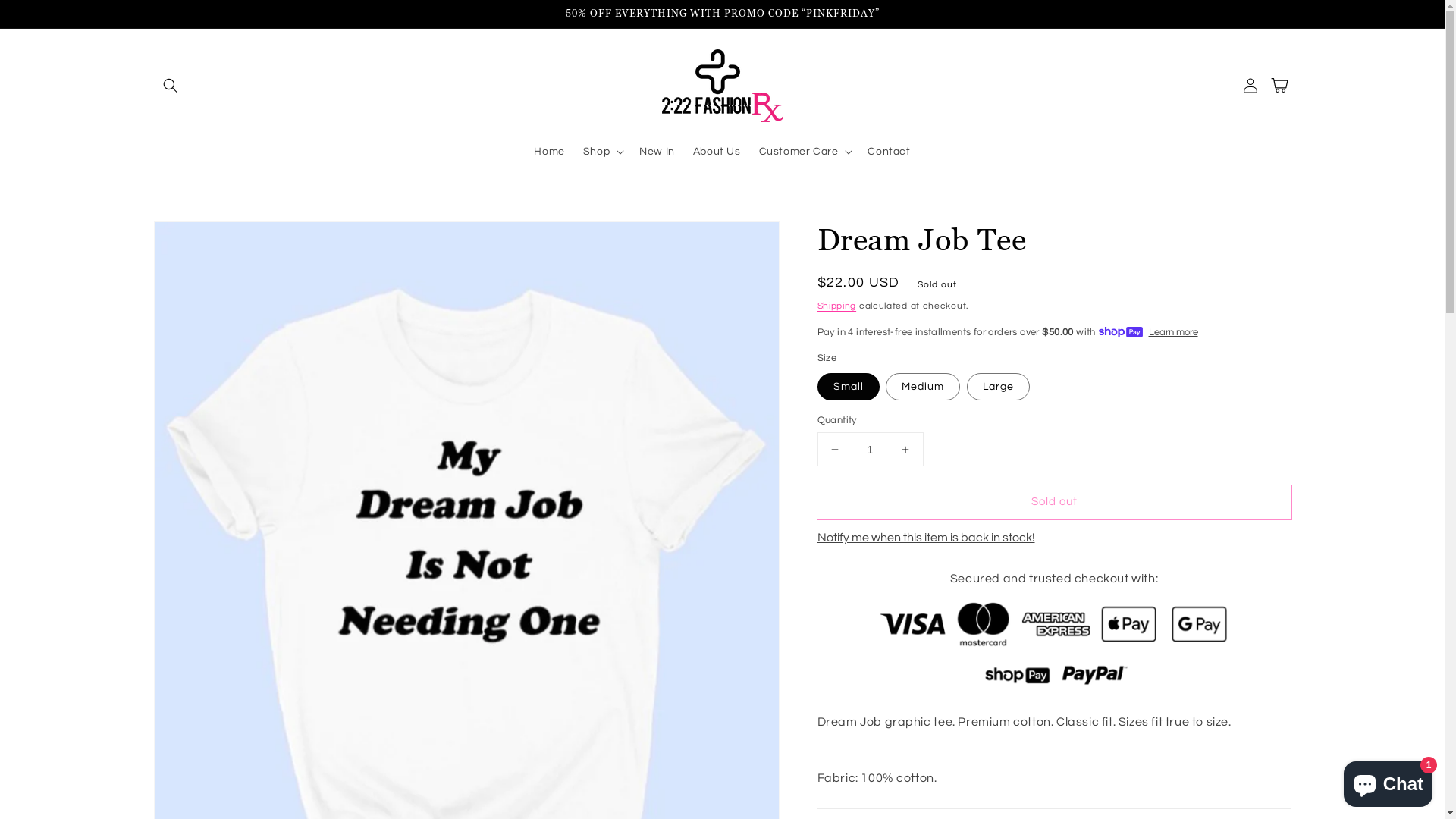 This screenshot has height=819, width=1456. What do you see at coordinates (548, 152) in the screenshot?
I see `'Home'` at bounding box center [548, 152].